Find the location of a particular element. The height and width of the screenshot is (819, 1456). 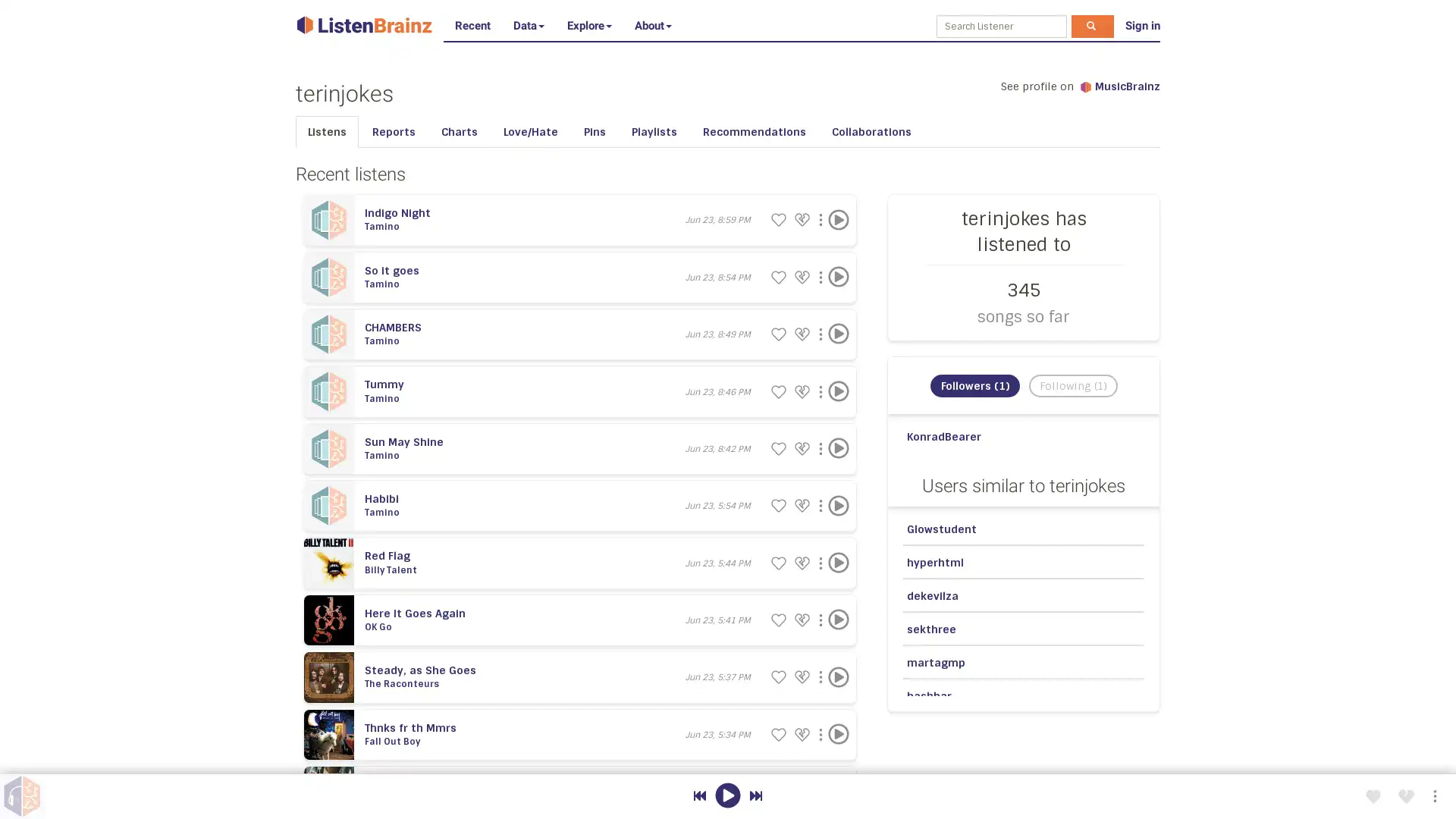

Previous is located at coordinates (698, 795).